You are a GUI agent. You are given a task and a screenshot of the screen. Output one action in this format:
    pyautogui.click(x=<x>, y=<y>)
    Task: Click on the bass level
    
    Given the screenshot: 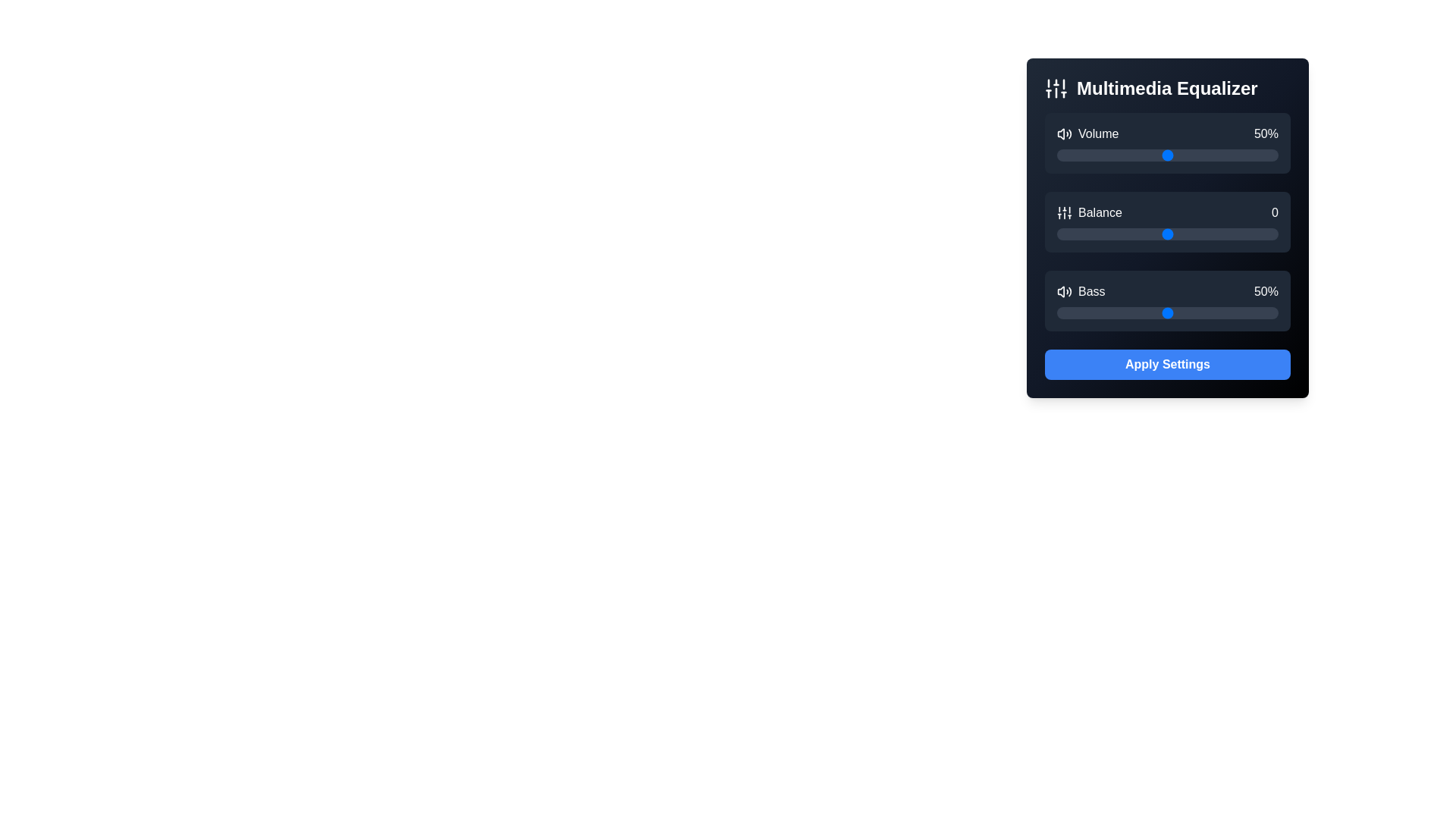 What is the action you would take?
    pyautogui.click(x=1229, y=312)
    